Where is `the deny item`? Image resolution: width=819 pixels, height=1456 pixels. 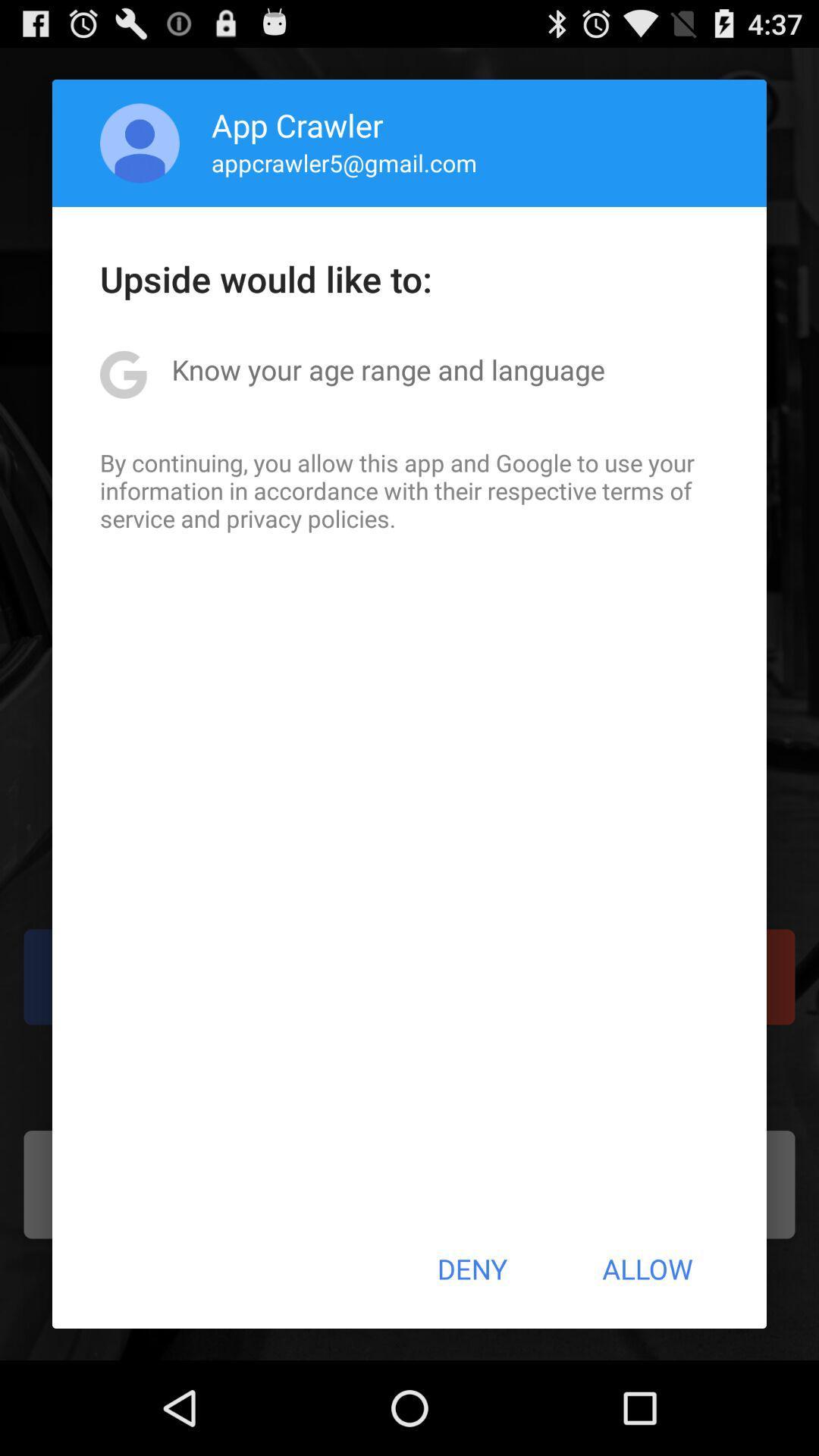
the deny item is located at coordinates (471, 1269).